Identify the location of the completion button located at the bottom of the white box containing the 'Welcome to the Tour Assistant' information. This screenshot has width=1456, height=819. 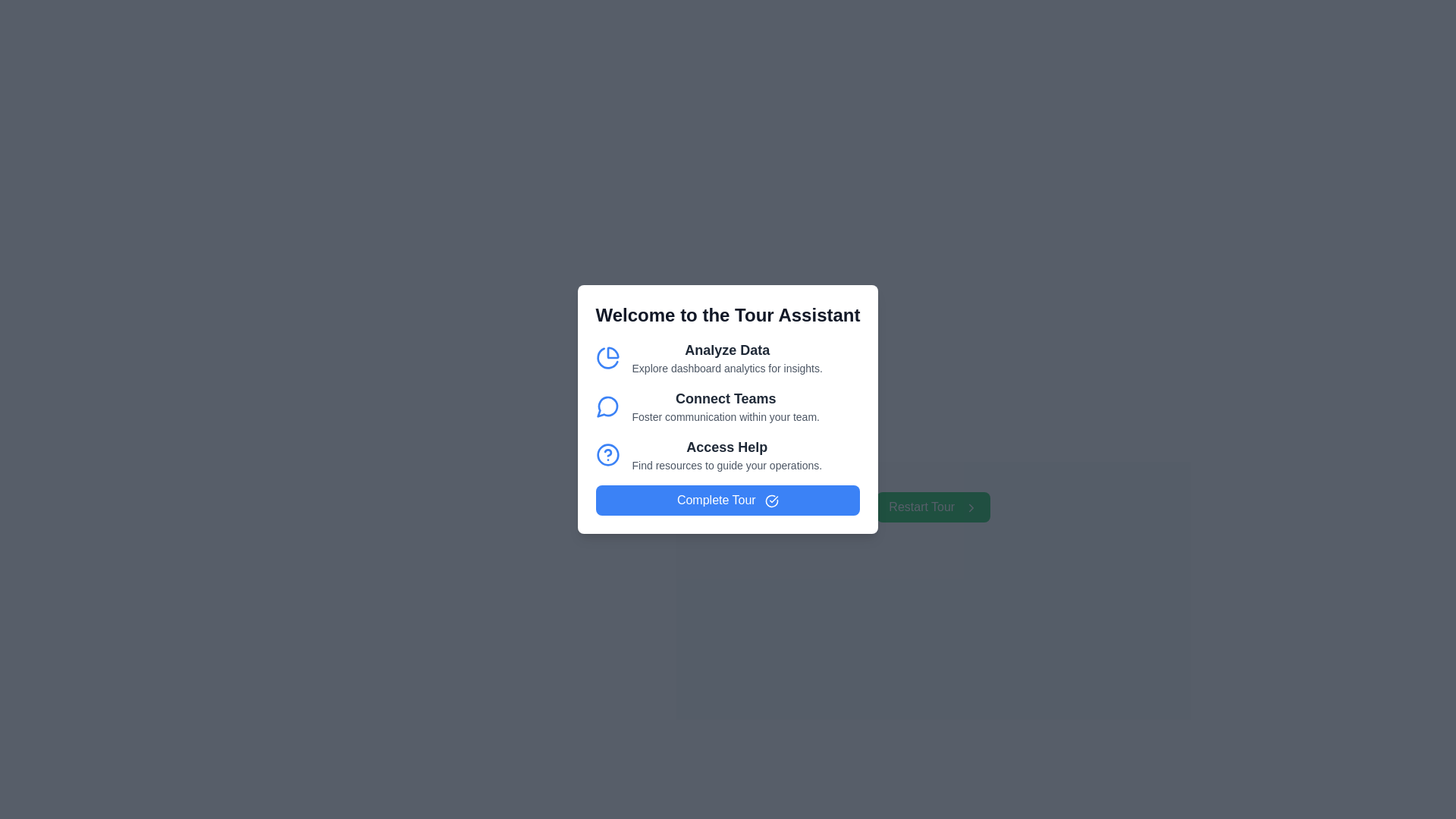
(728, 500).